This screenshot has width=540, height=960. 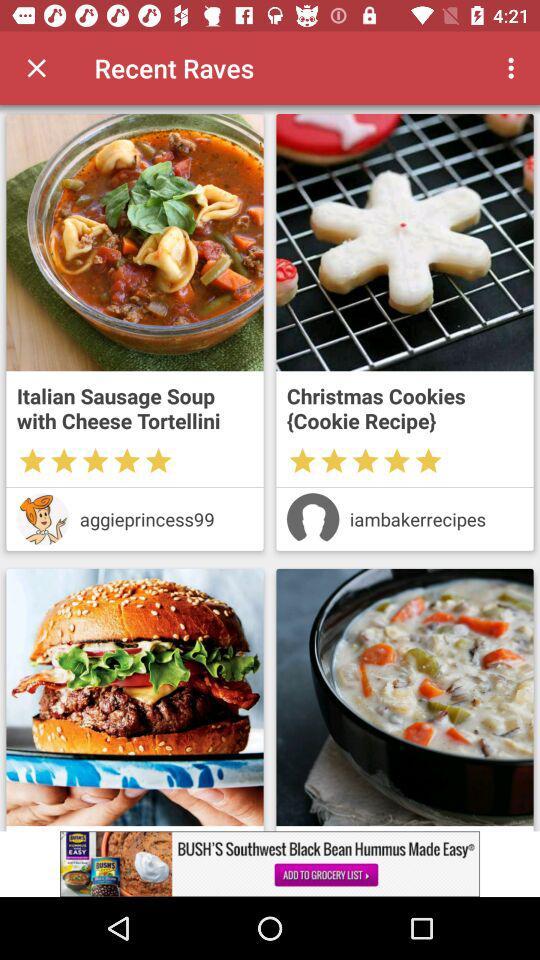 I want to click on for recipe details, so click(x=405, y=697).